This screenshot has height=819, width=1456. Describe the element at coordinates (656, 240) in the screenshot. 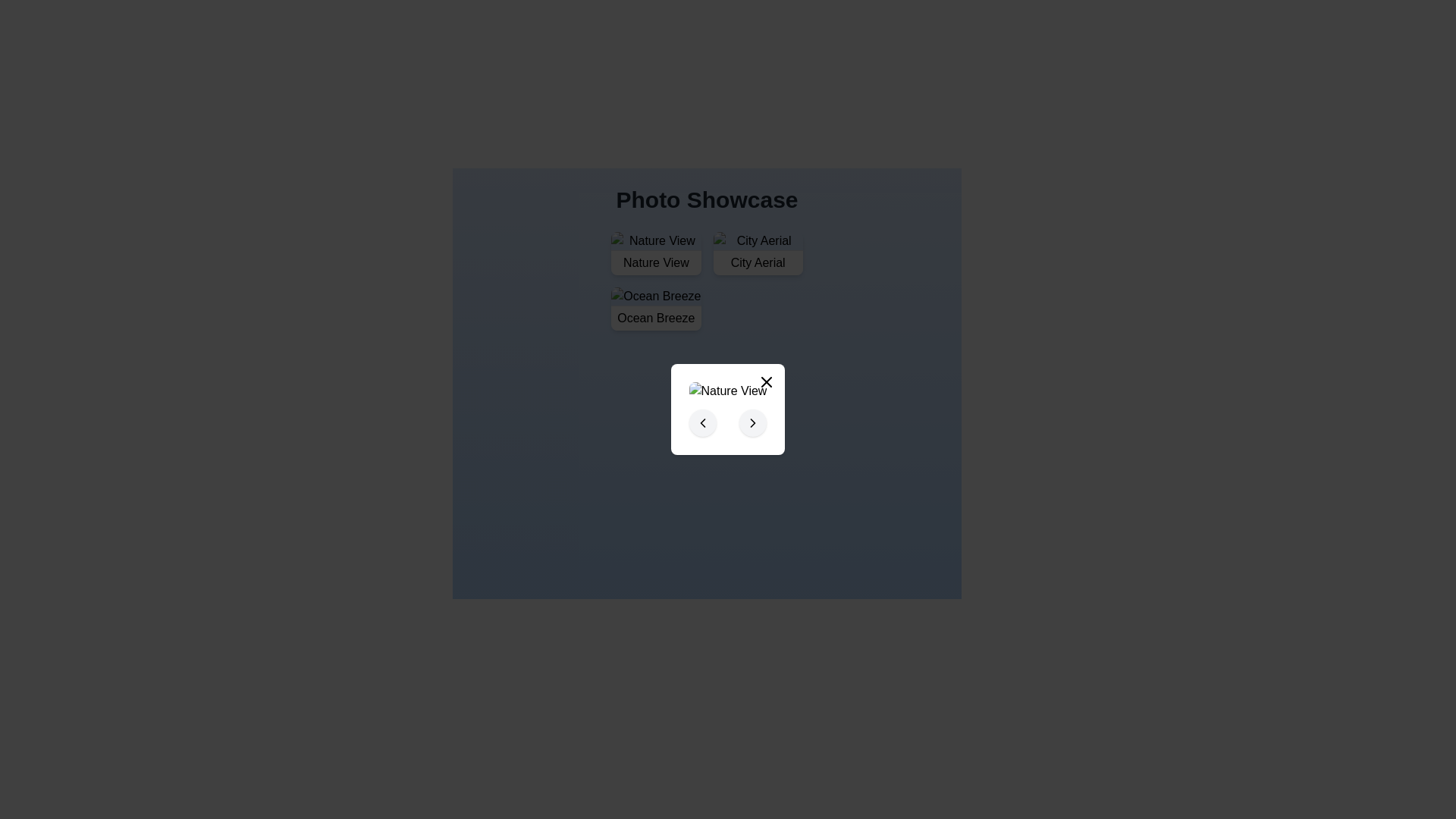

I see `the image element with the alternative text 'Nature View' that is located at the top of a card layout in the top-left segment of a grid, which has a caption below it` at that location.